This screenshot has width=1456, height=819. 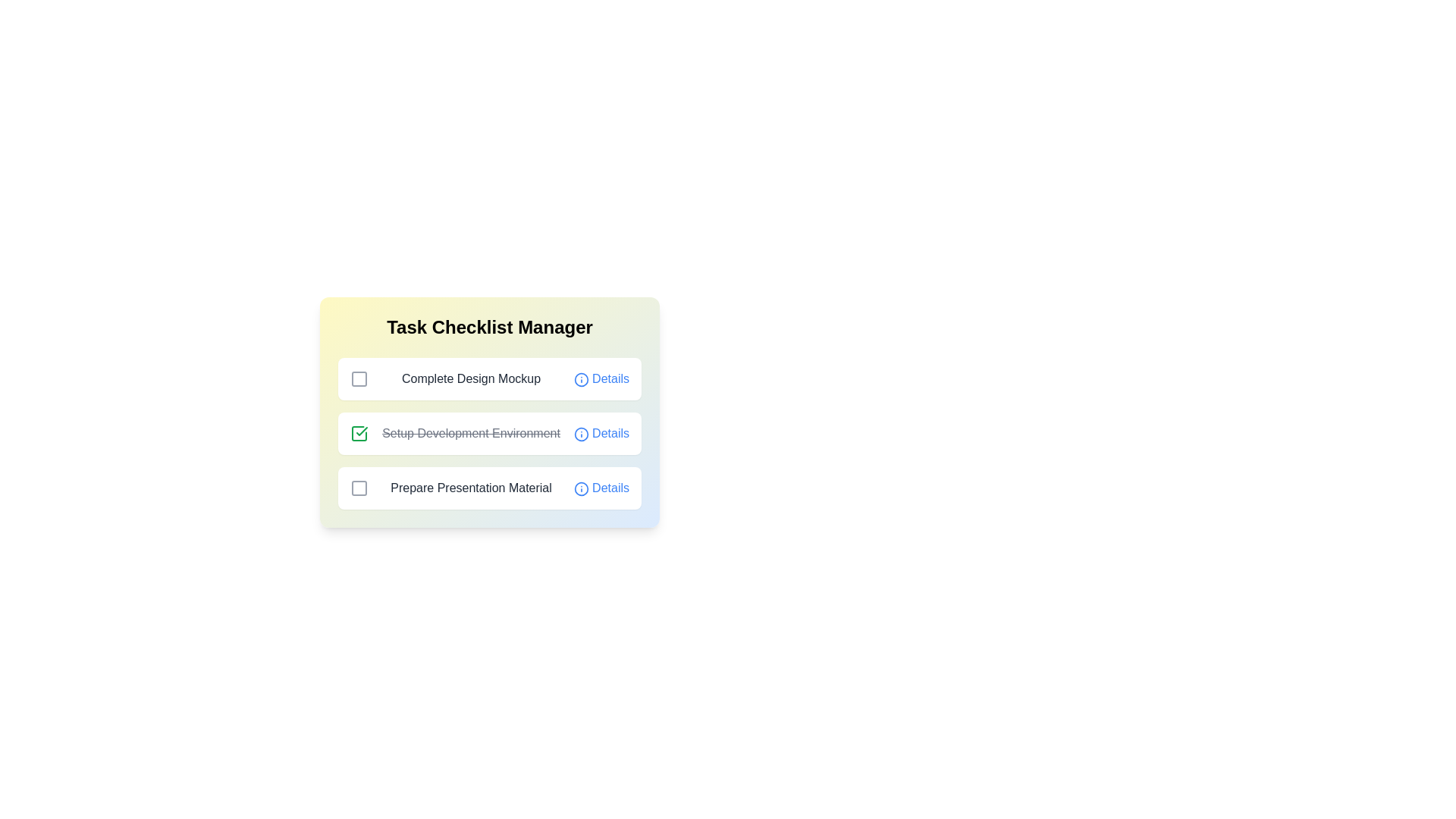 What do you see at coordinates (359, 433) in the screenshot?
I see `the checkbox of the task identified by Setup Development Environment` at bounding box center [359, 433].